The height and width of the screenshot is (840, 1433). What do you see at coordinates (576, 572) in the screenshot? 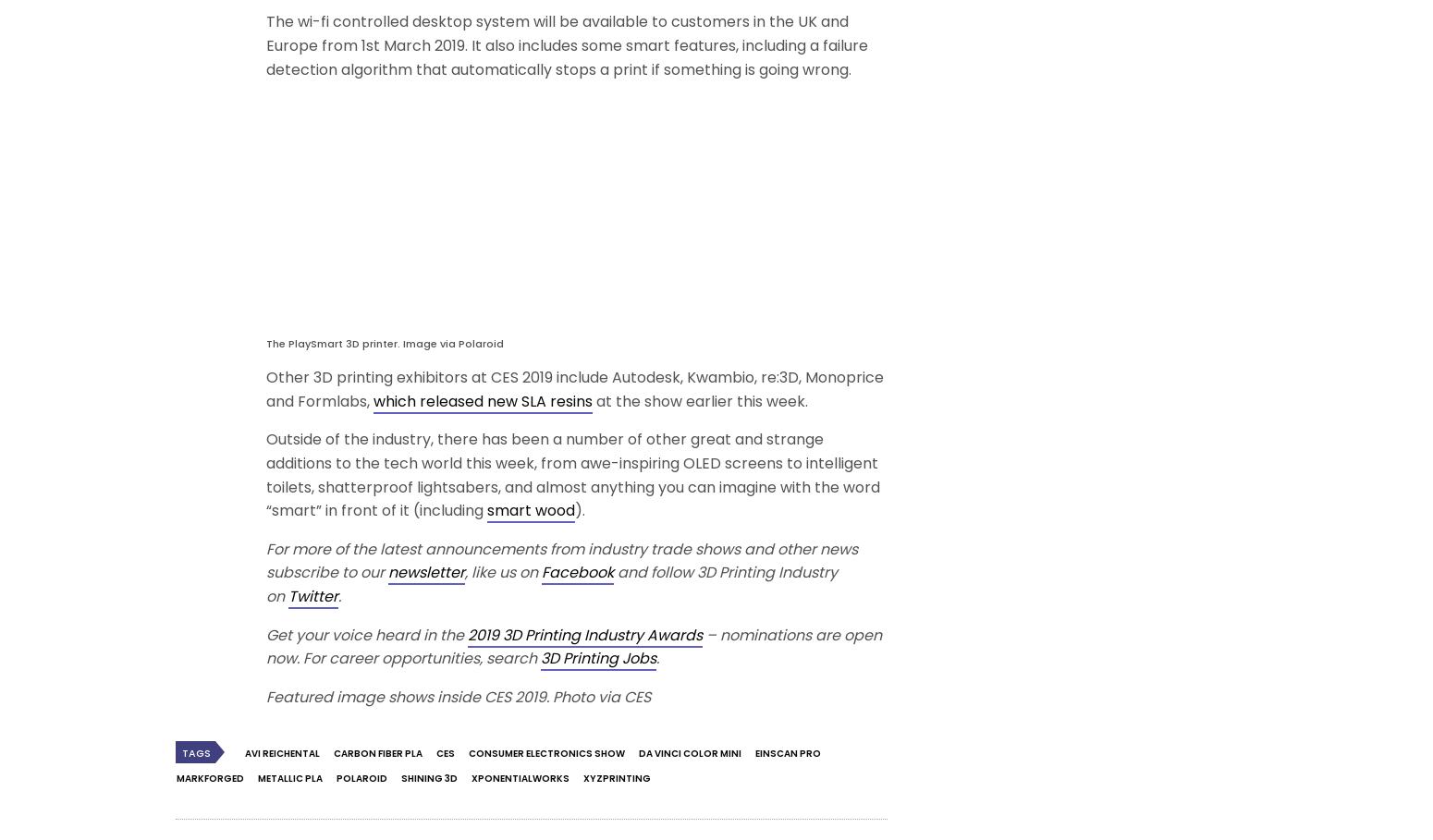
I see `'Facebook'` at bounding box center [576, 572].